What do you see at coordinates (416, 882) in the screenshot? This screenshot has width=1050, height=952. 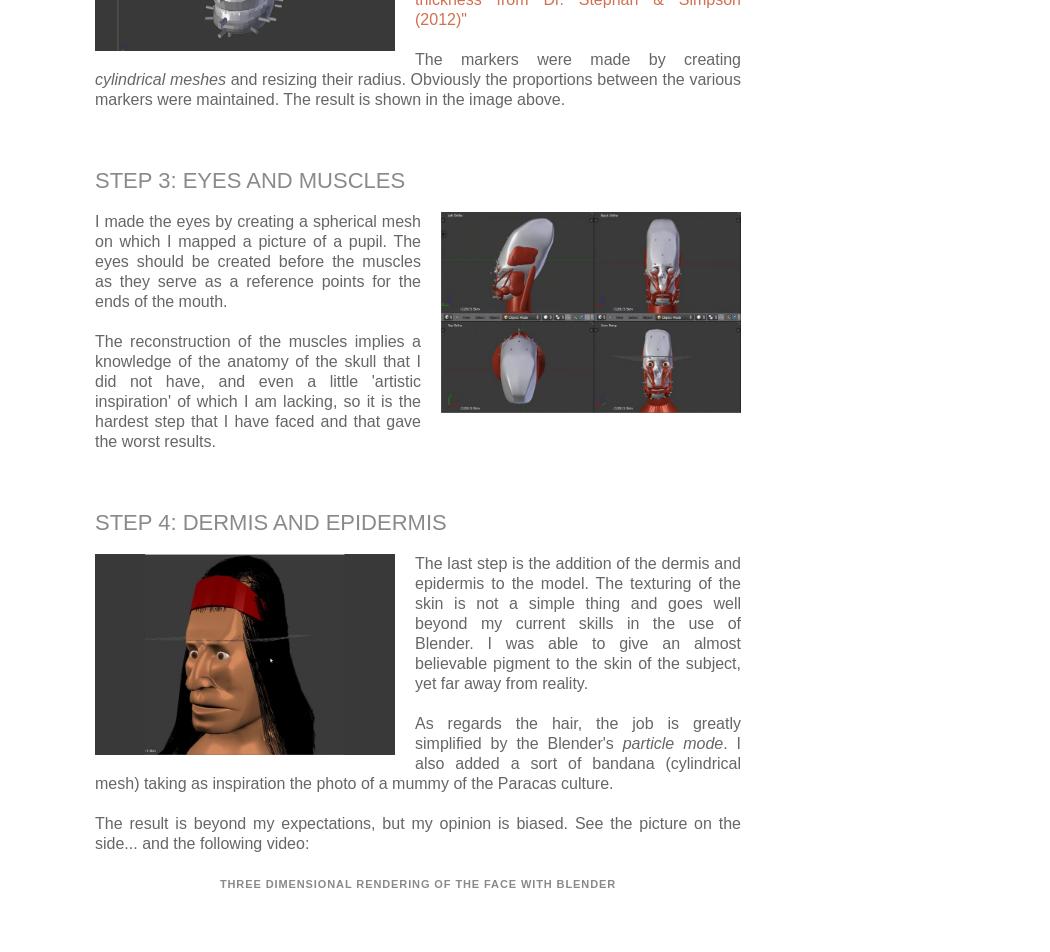 I see `'Three dimensional rendering of the face with Blender'` at bounding box center [416, 882].